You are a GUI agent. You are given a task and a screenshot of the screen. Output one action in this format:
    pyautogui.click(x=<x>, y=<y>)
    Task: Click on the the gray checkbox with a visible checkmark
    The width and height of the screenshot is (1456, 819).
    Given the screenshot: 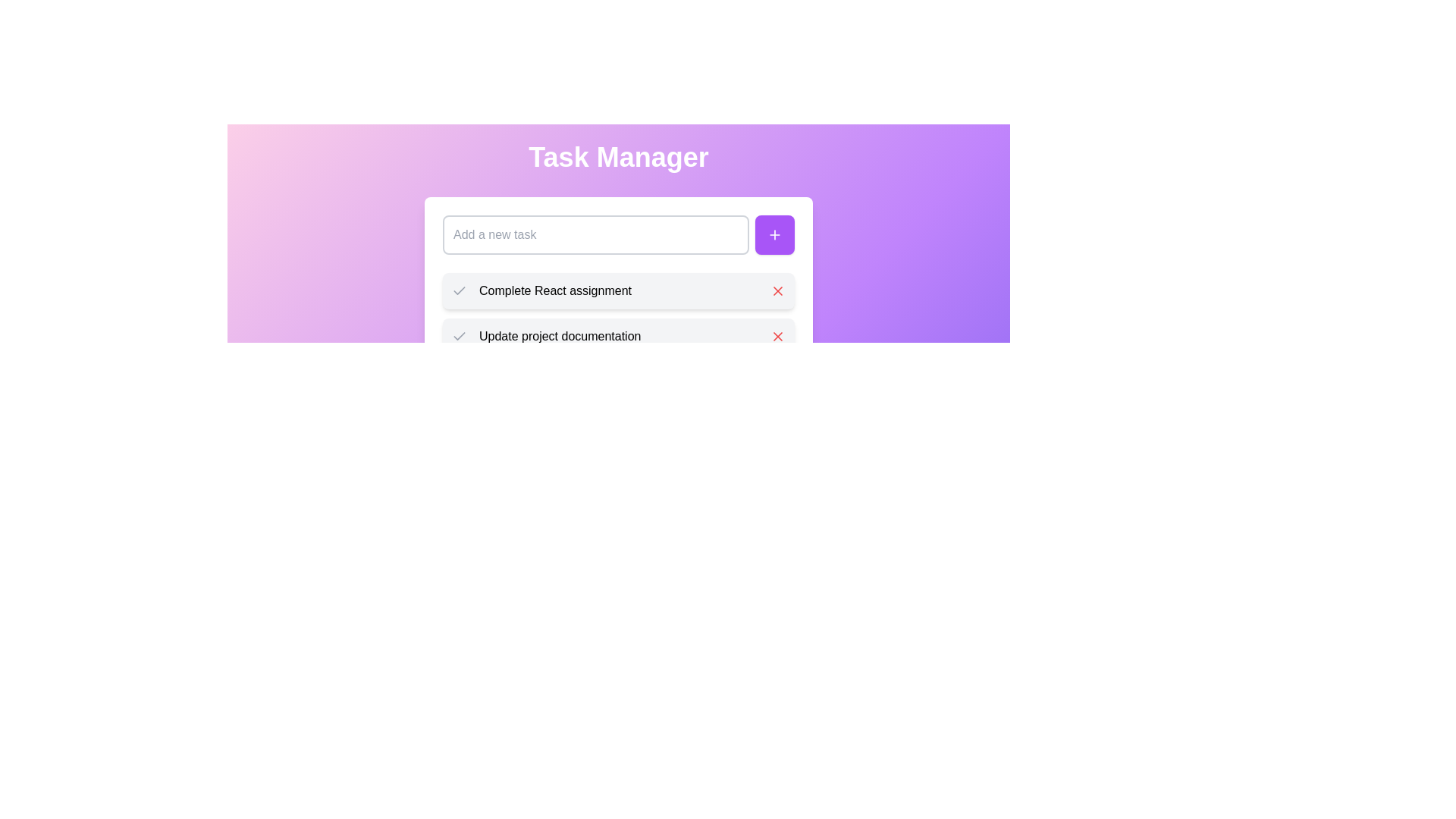 What is the action you would take?
    pyautogui.click(x=458, y=291)
    